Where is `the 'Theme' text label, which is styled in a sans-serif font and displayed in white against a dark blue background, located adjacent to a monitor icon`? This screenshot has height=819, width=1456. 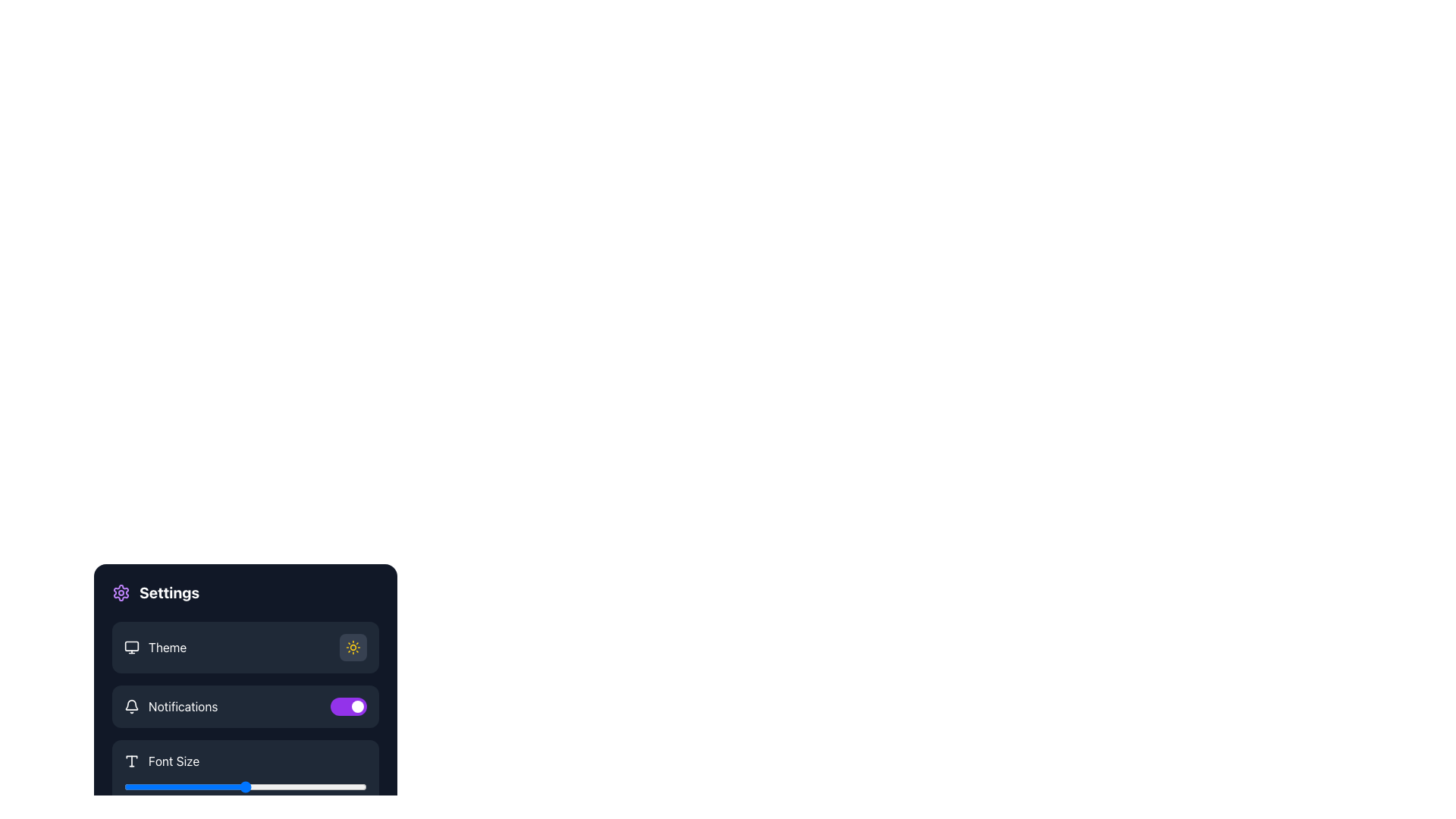
the 'Theme' text label, which is styled in a sans-serif font and displayed in white against a dark blue background, located adjacent to a monitor icon is located at coordinates (168, 647).